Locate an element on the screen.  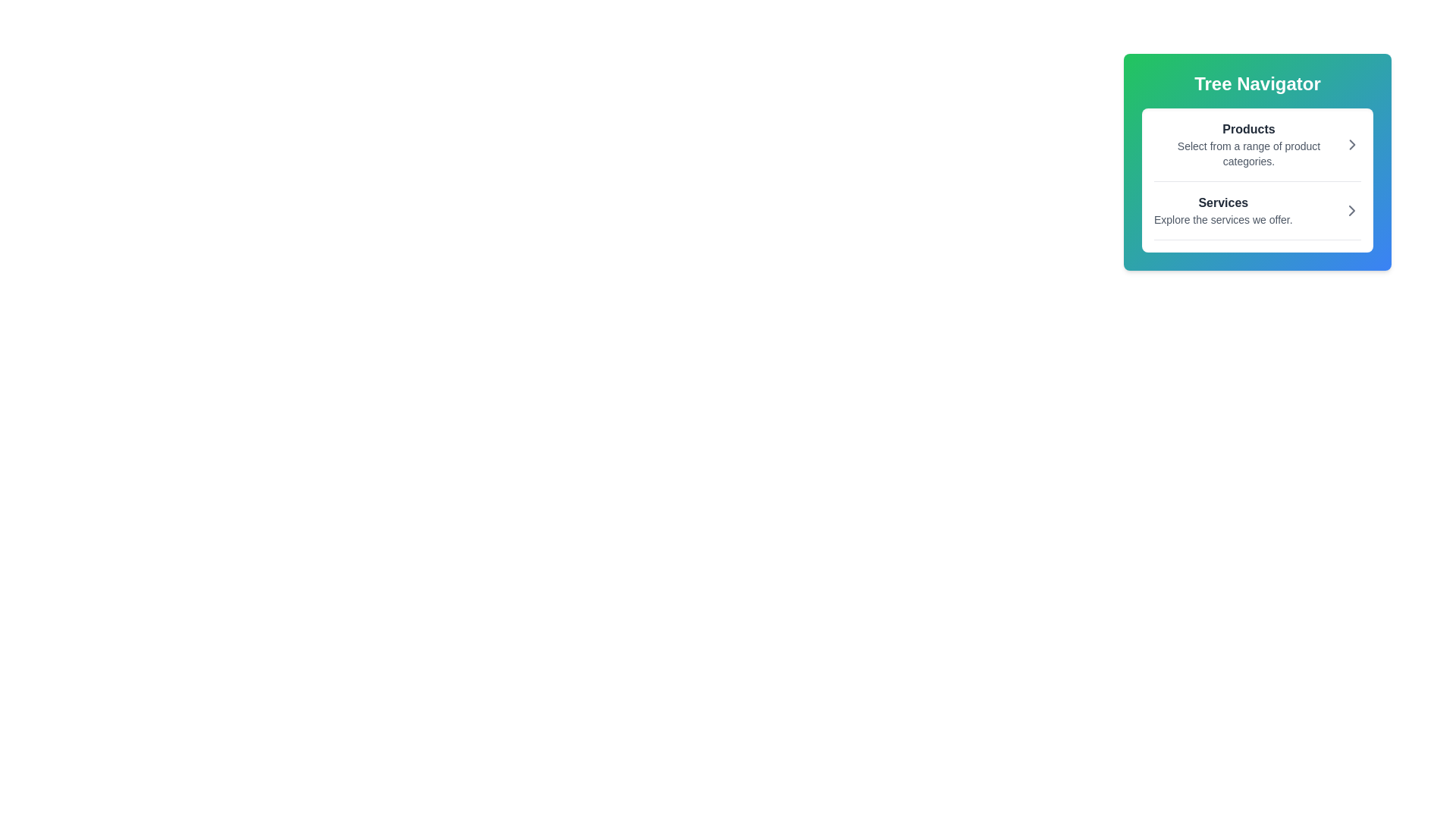
the static text header indicating the services section, located under the 'Products' section in the 'Tree Navigator' interface is located at coordinates (1223, 202).